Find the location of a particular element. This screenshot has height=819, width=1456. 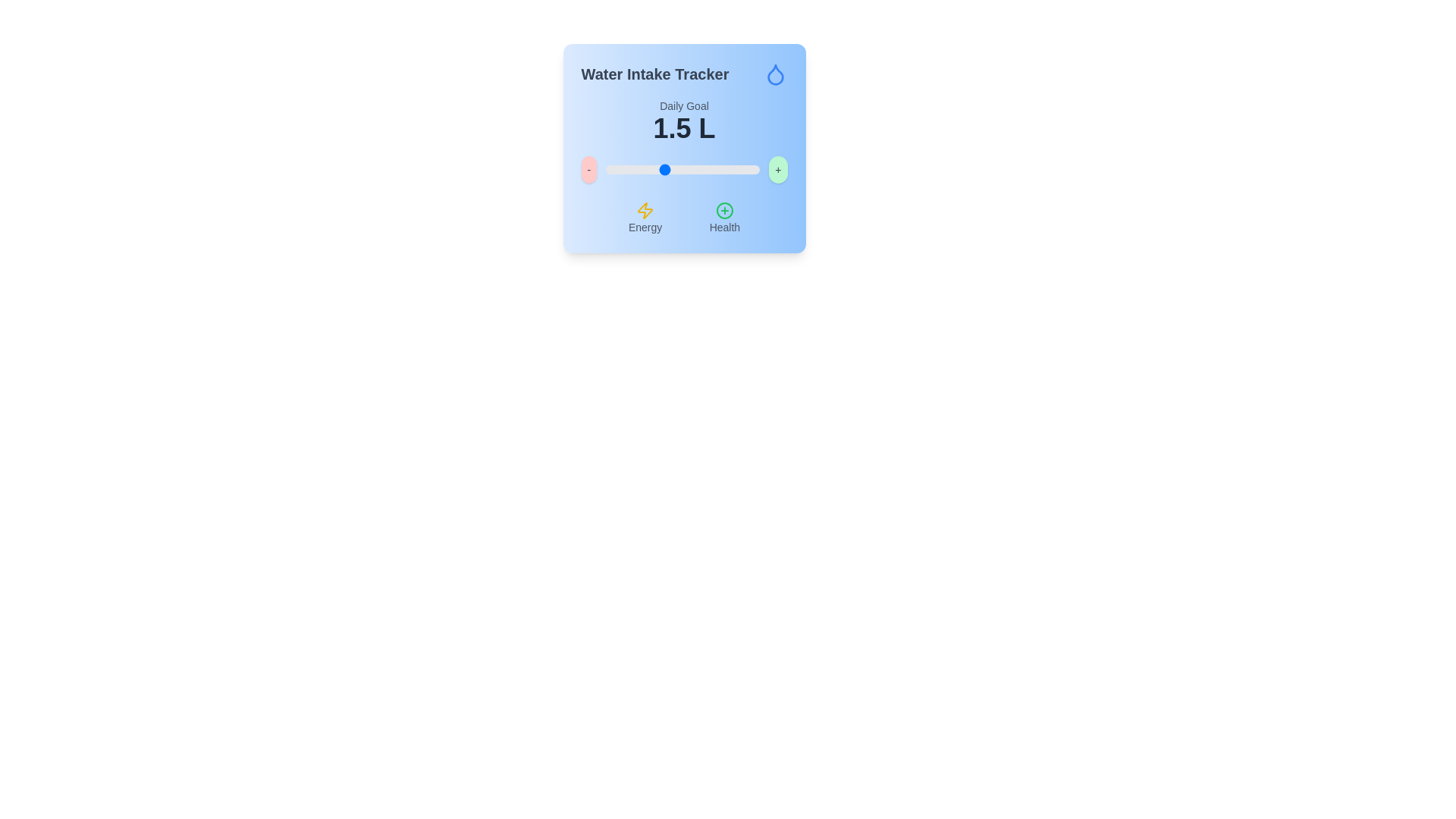

the increment button located at the far right of the horizontal group to change its shade is located at coordinates (778, 169).